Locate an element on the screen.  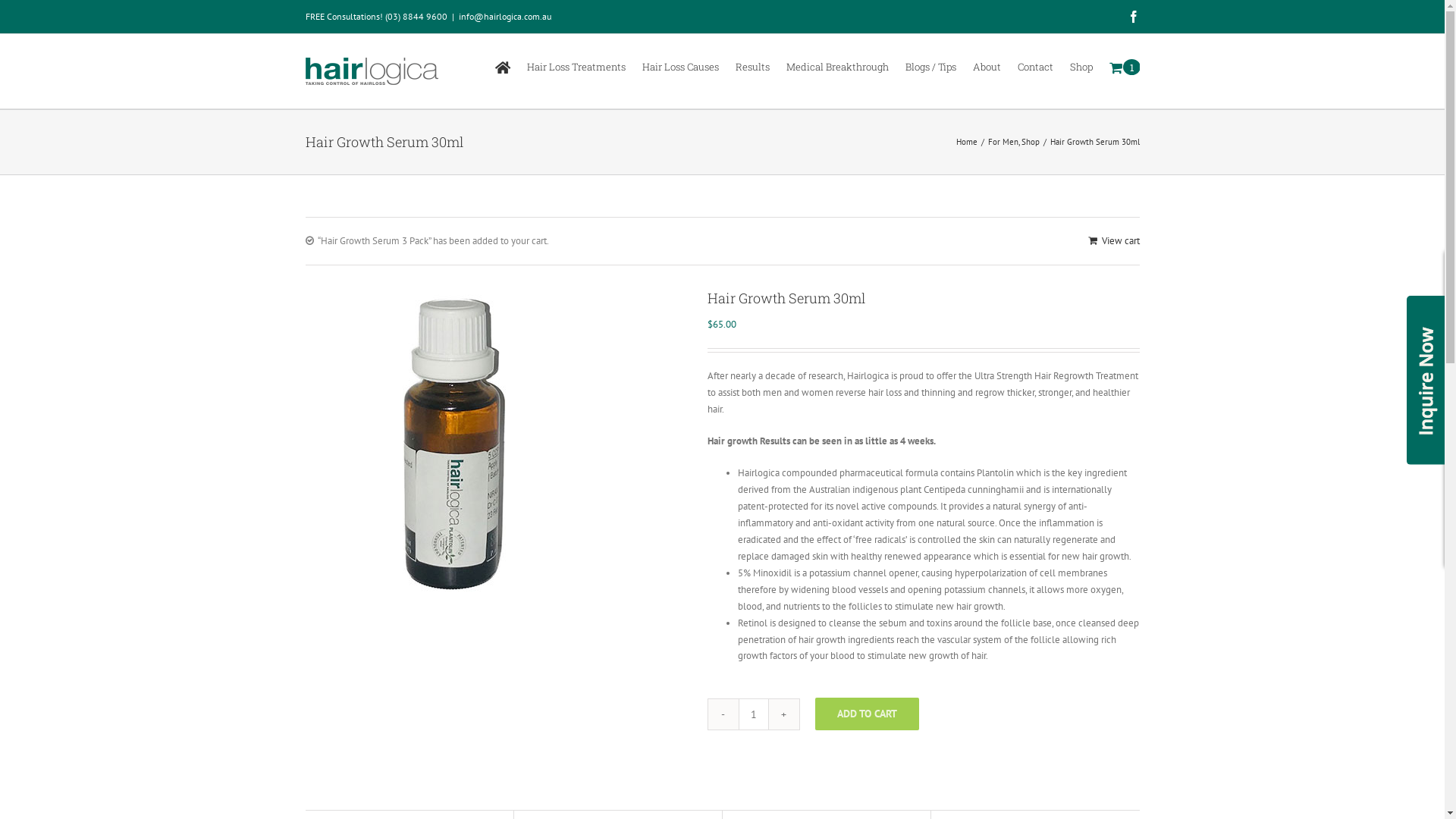
'Contact' is located at coordinates (1034, 65).